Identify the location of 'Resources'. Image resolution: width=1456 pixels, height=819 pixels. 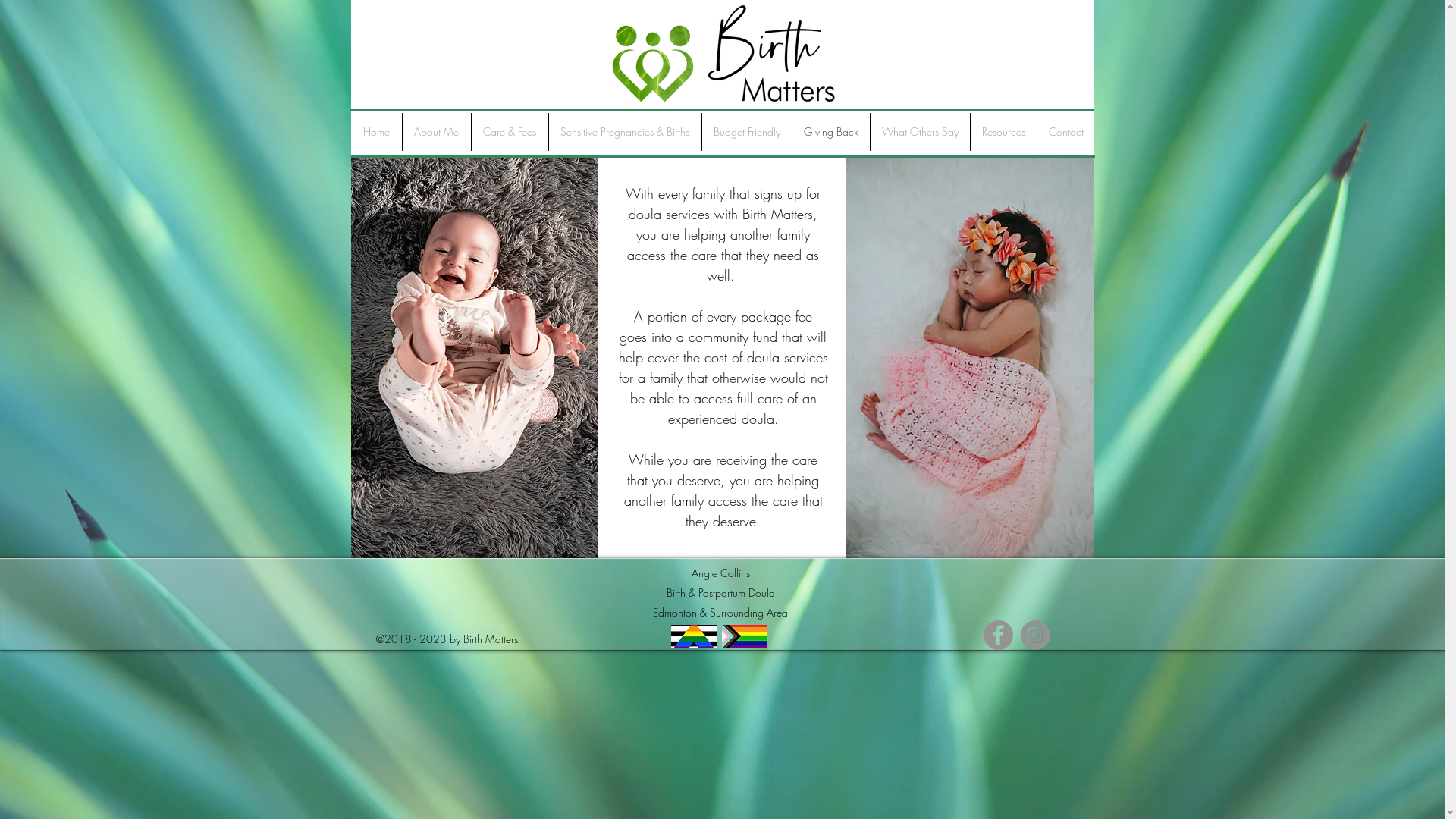
(1003, 130).